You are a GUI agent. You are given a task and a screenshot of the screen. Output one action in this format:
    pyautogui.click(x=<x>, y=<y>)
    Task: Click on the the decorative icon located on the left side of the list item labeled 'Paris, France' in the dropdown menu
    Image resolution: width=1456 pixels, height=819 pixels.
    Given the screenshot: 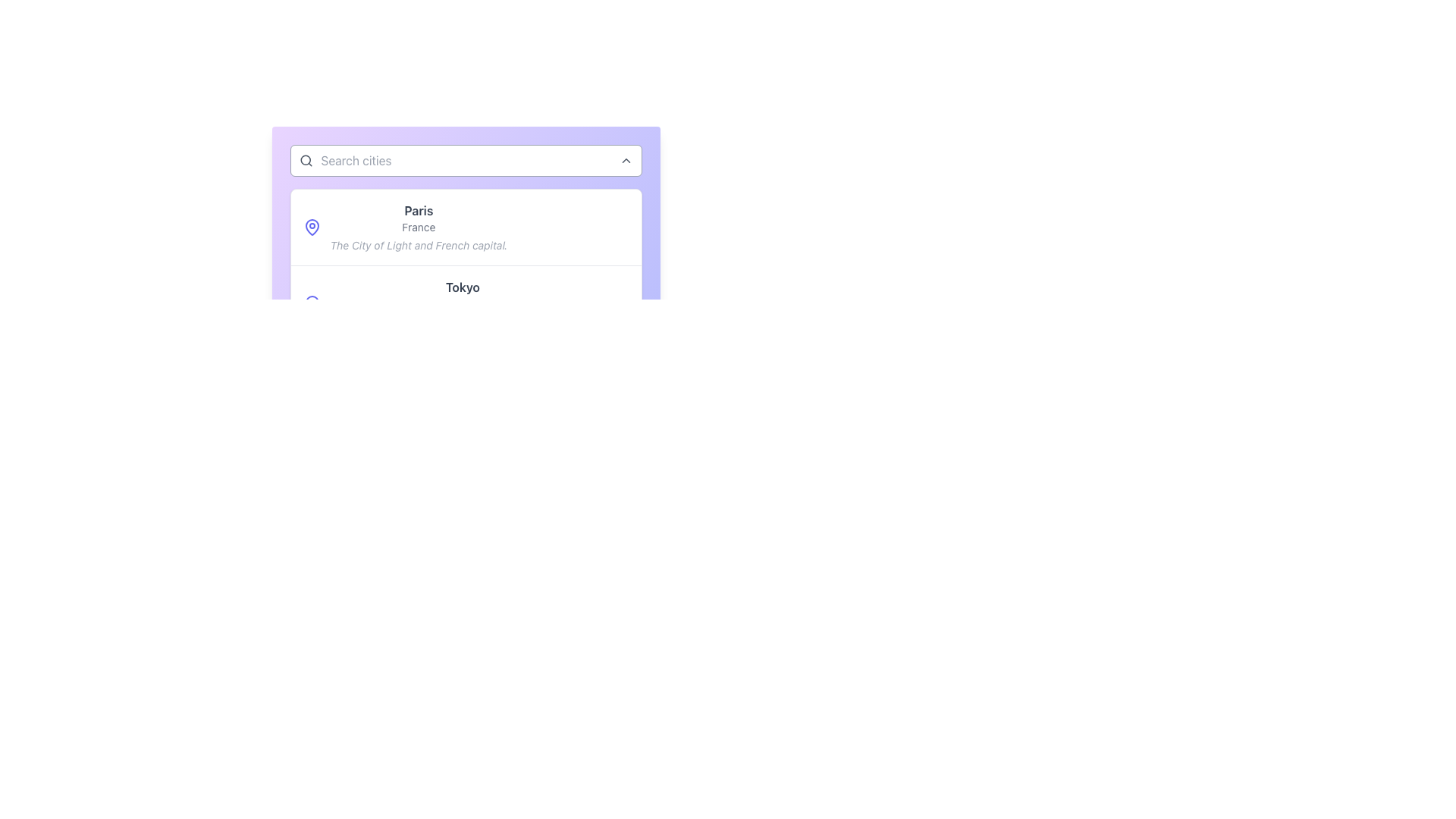 What is the action you would take?
    pyautogui.click(x=311, y=227)
    